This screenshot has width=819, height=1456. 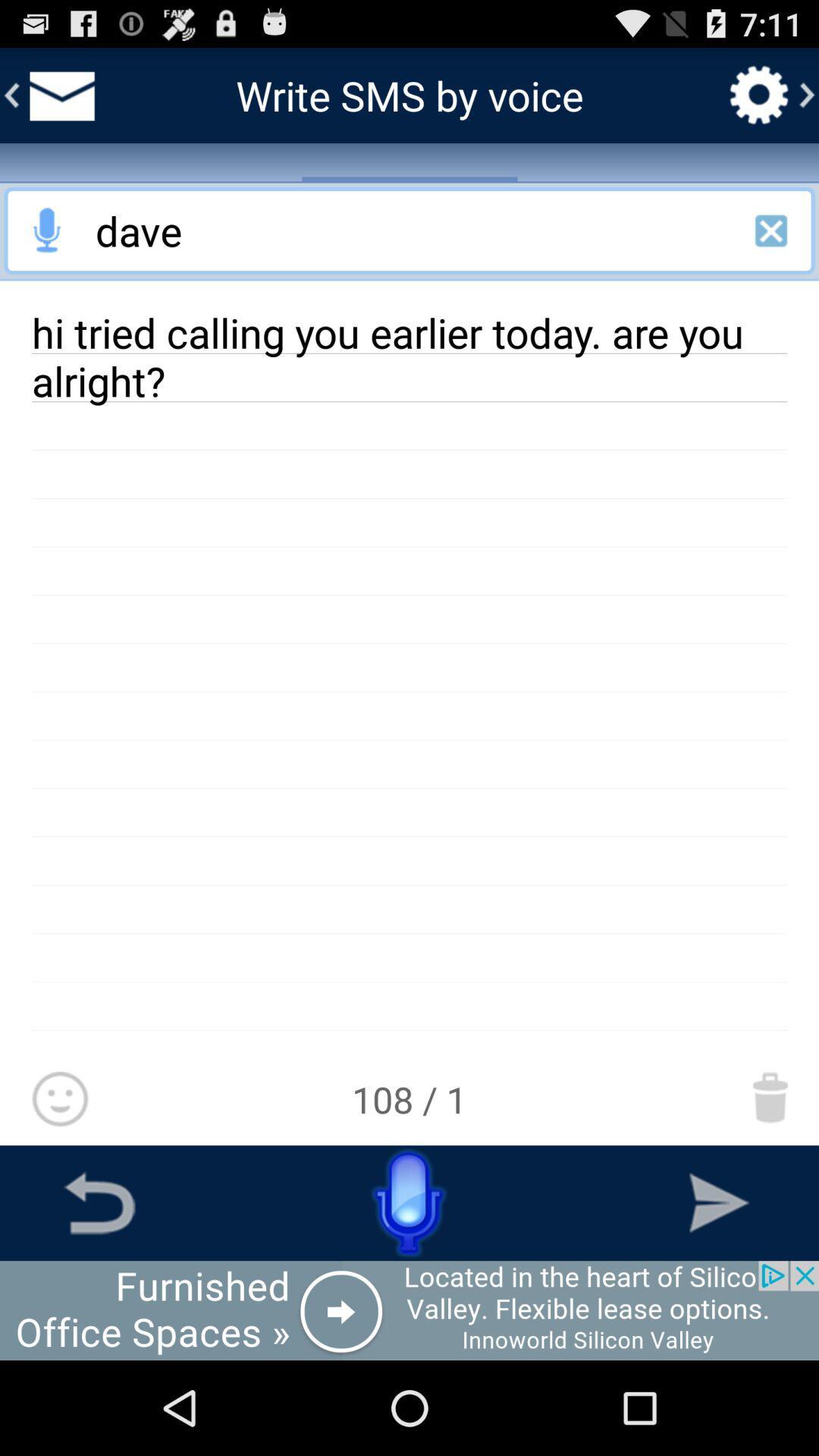 What do you see at coordinates (718, 1202) in the screenshot?
I see `send message` at bounding box center [718, 1202].